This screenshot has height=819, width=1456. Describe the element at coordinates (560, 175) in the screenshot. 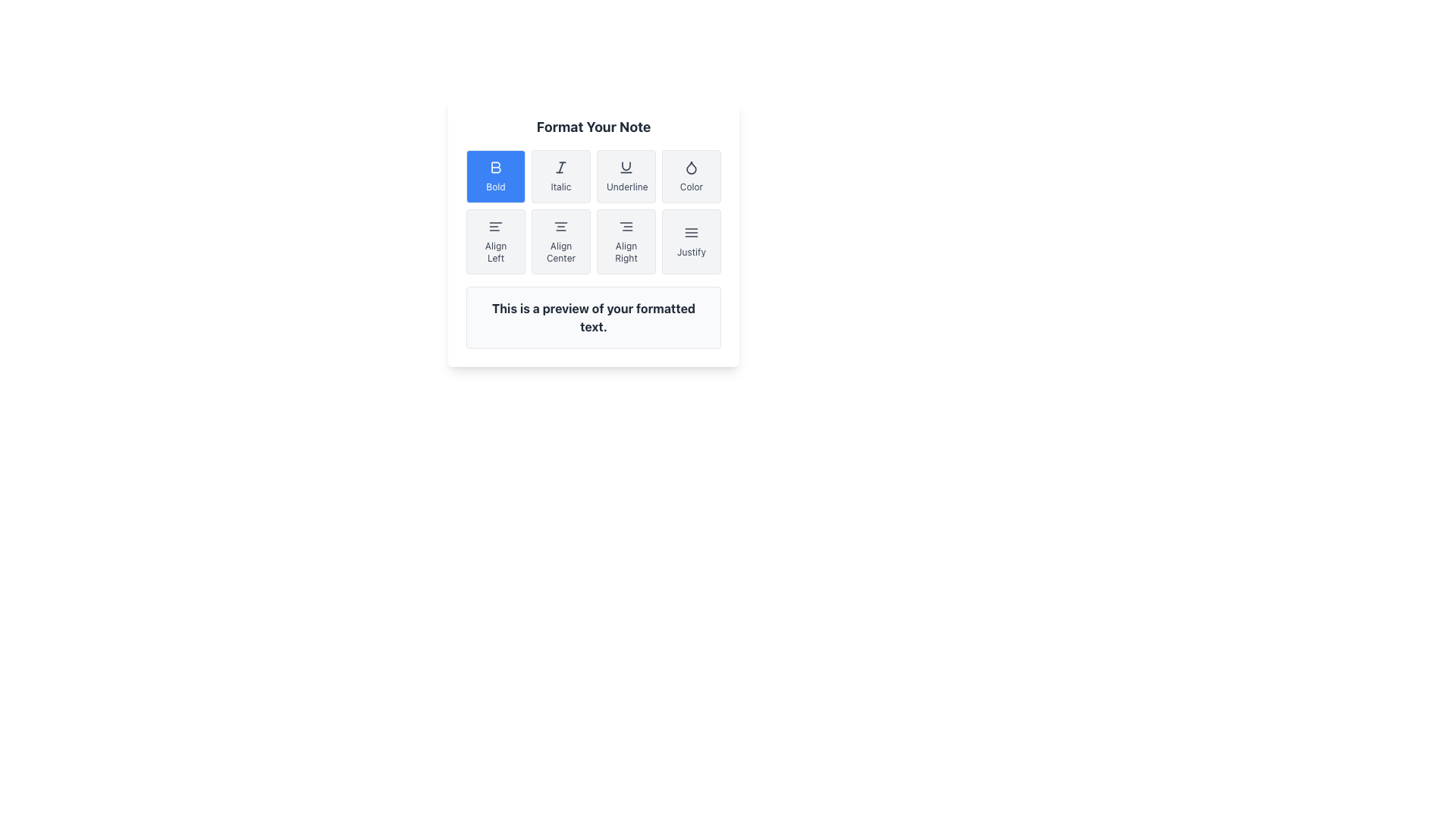

I see `the italic formatting button located in the first row of the grid, between the 'Bold' button and the 'Underline' button` at that location.